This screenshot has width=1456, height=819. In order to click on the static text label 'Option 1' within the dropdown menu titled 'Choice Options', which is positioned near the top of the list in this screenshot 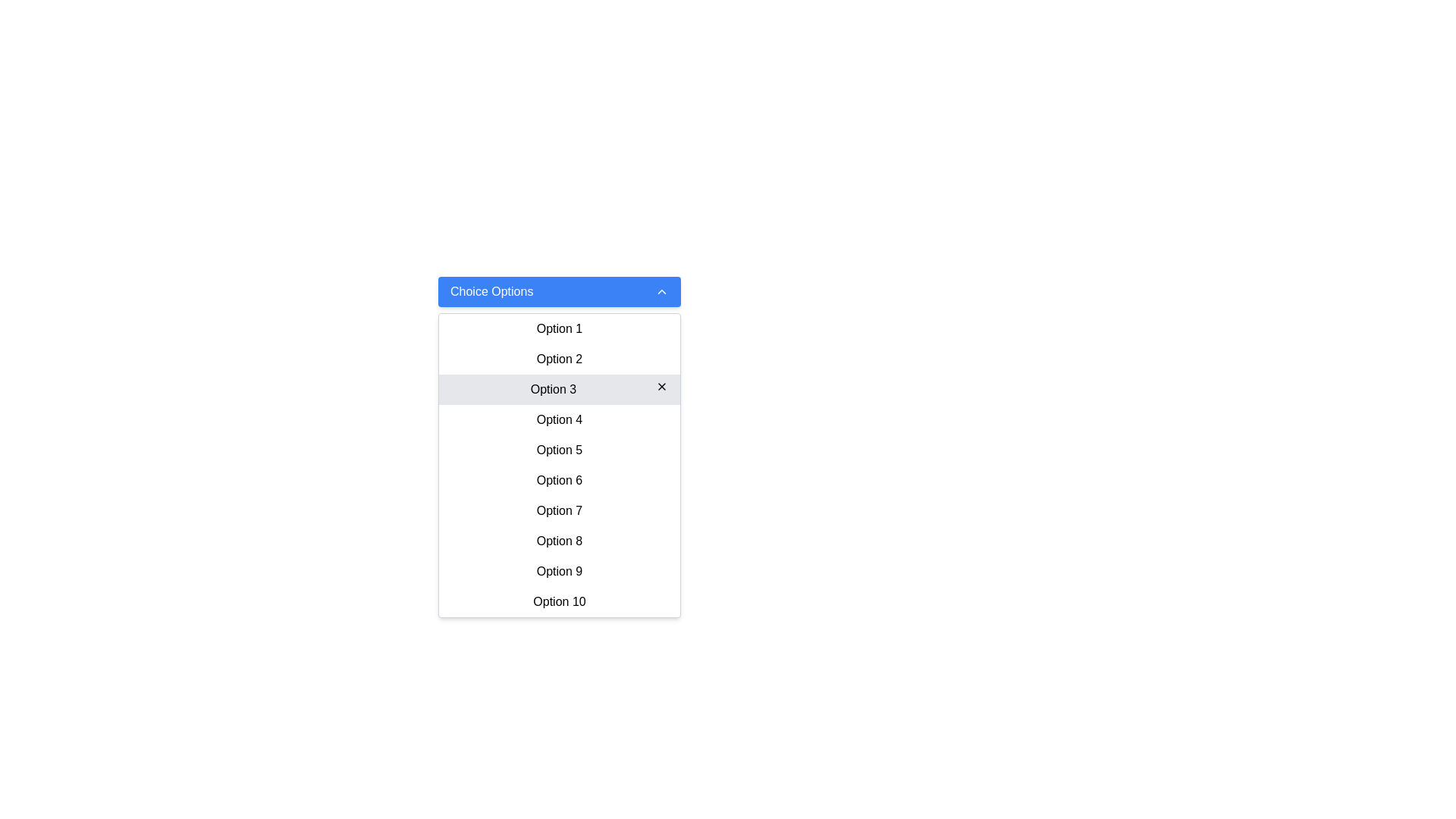, I will do `click(559, 328)`.